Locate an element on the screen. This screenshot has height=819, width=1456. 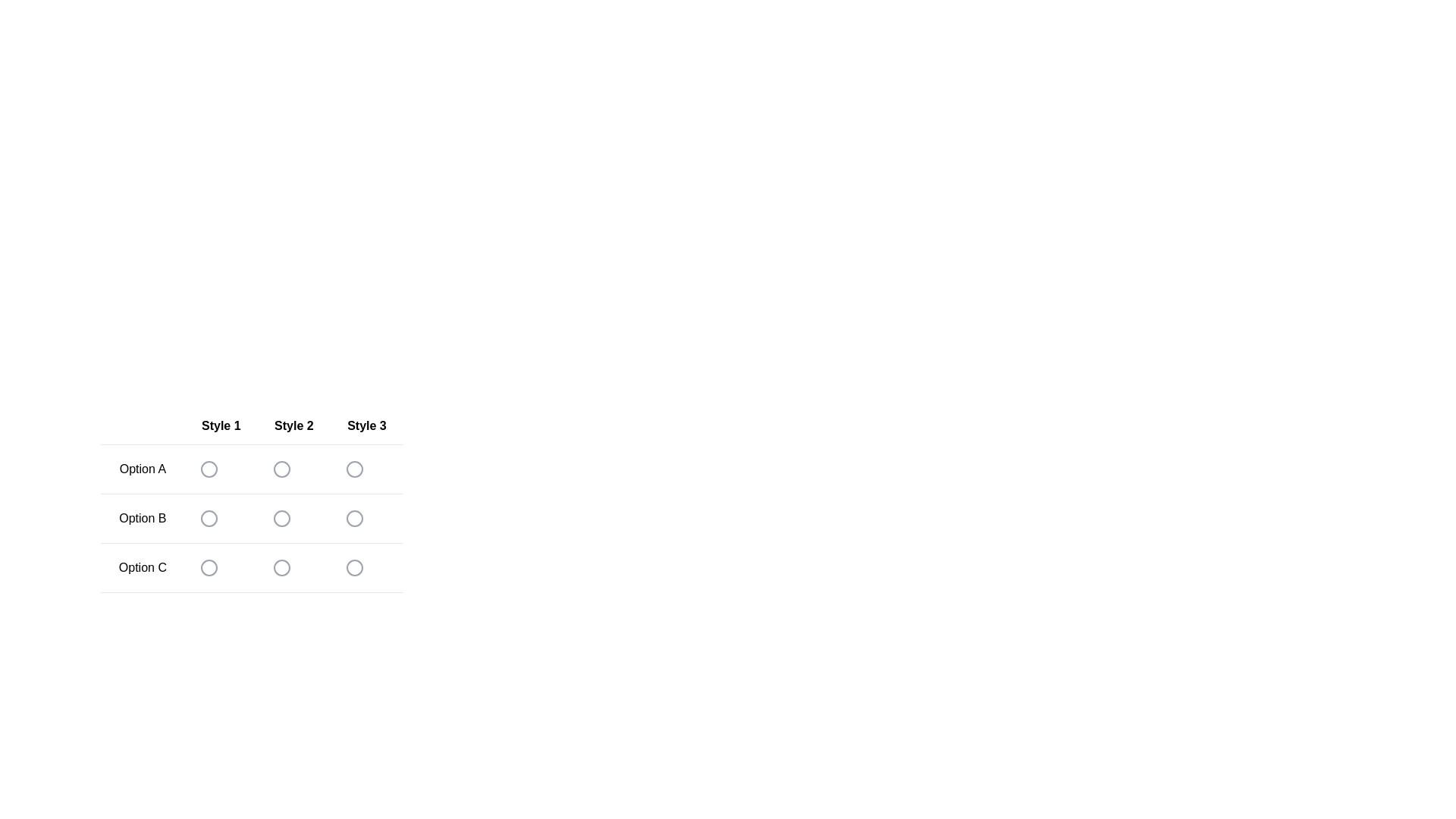
the radio button located in the second column of the first row in a three-column grid under the 'Option A' row is located at coordinates (281, 468).